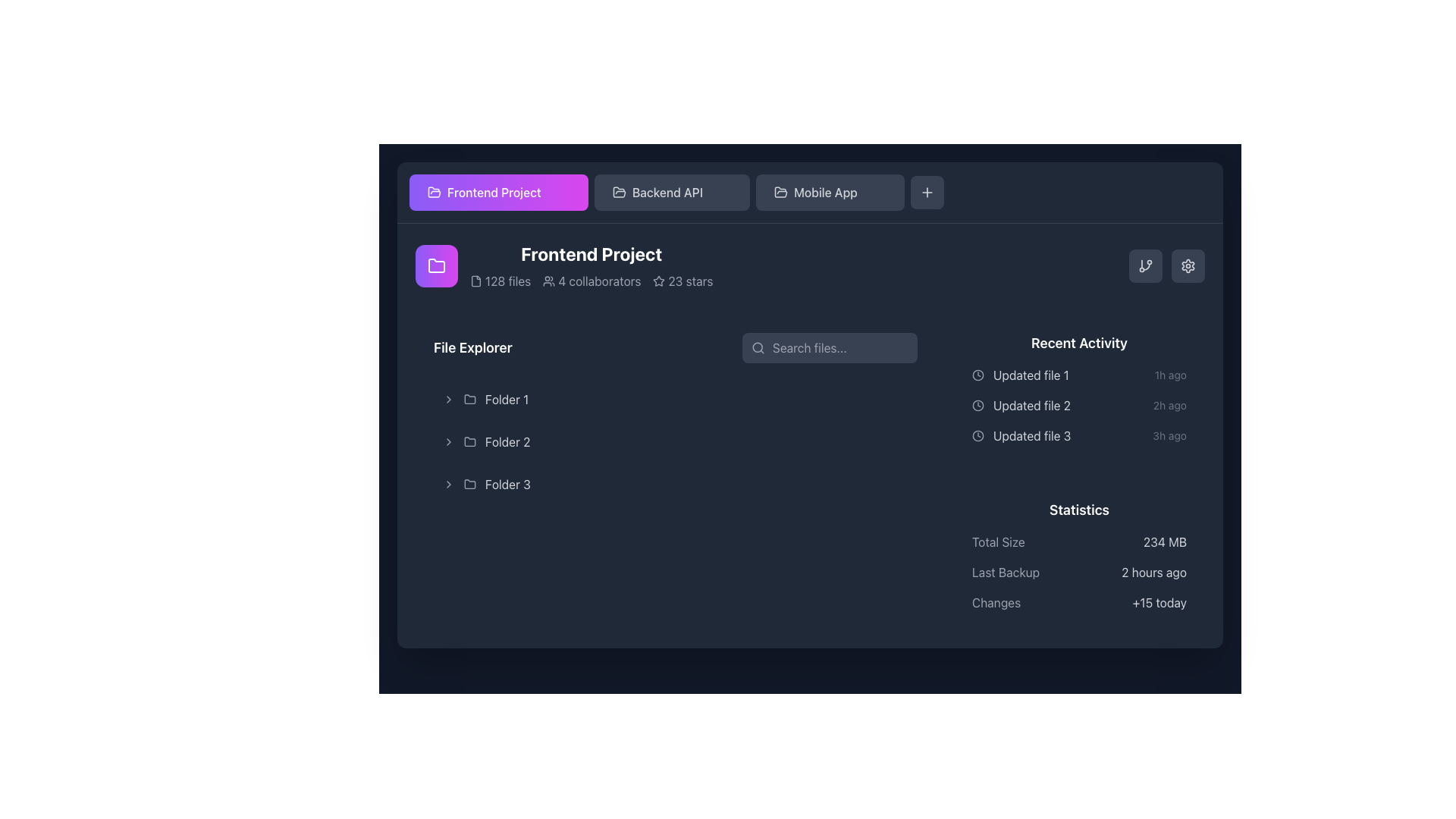 This screenshot has width=1456, height=819. Describe the element at coordinates (1078, 343) in the screenshot. I see `the 'Recent Activity' text label that displays the heading in large, bold, white font against a dark background` at that location.